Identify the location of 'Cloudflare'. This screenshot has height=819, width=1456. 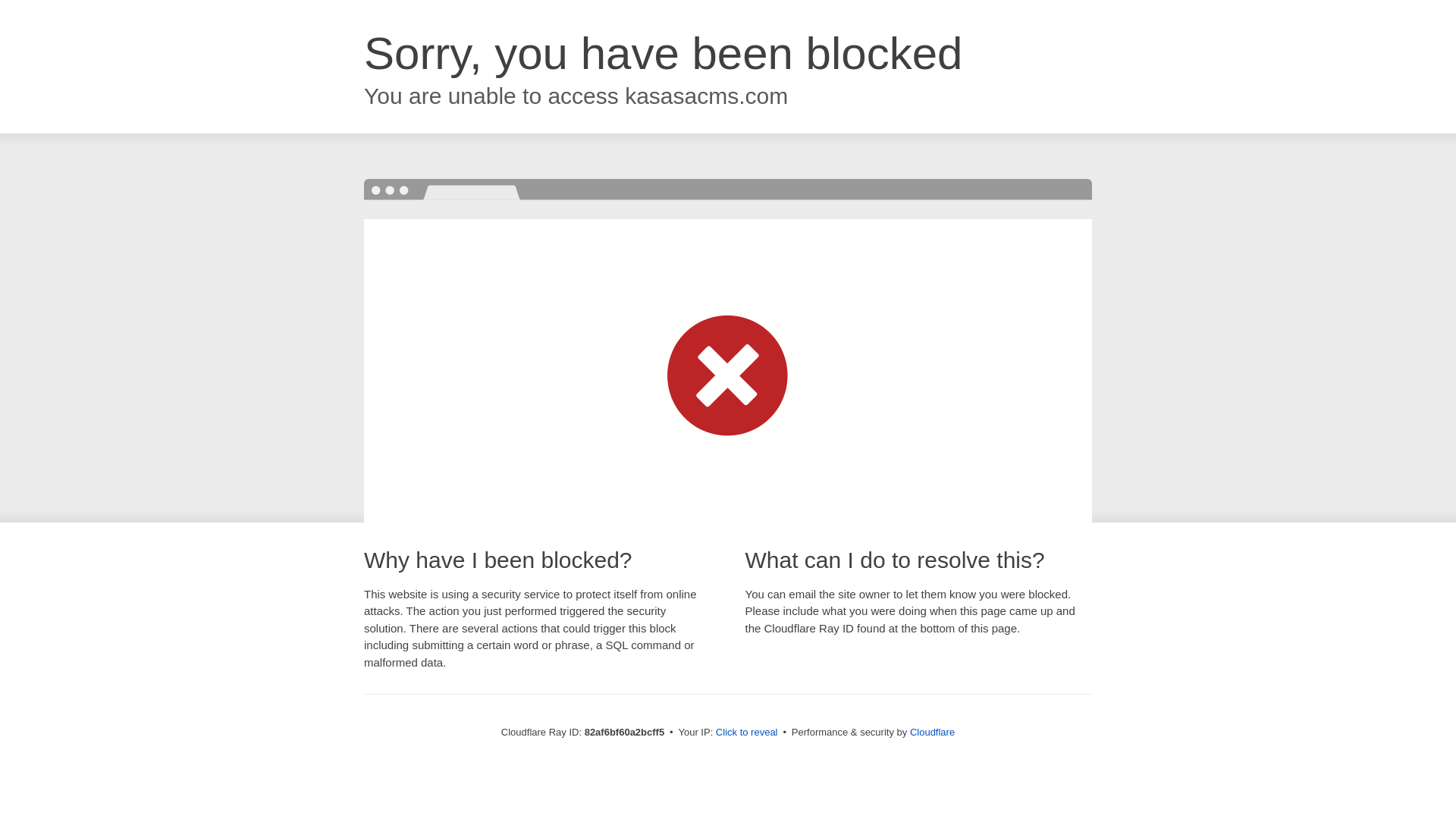
(910, 731).